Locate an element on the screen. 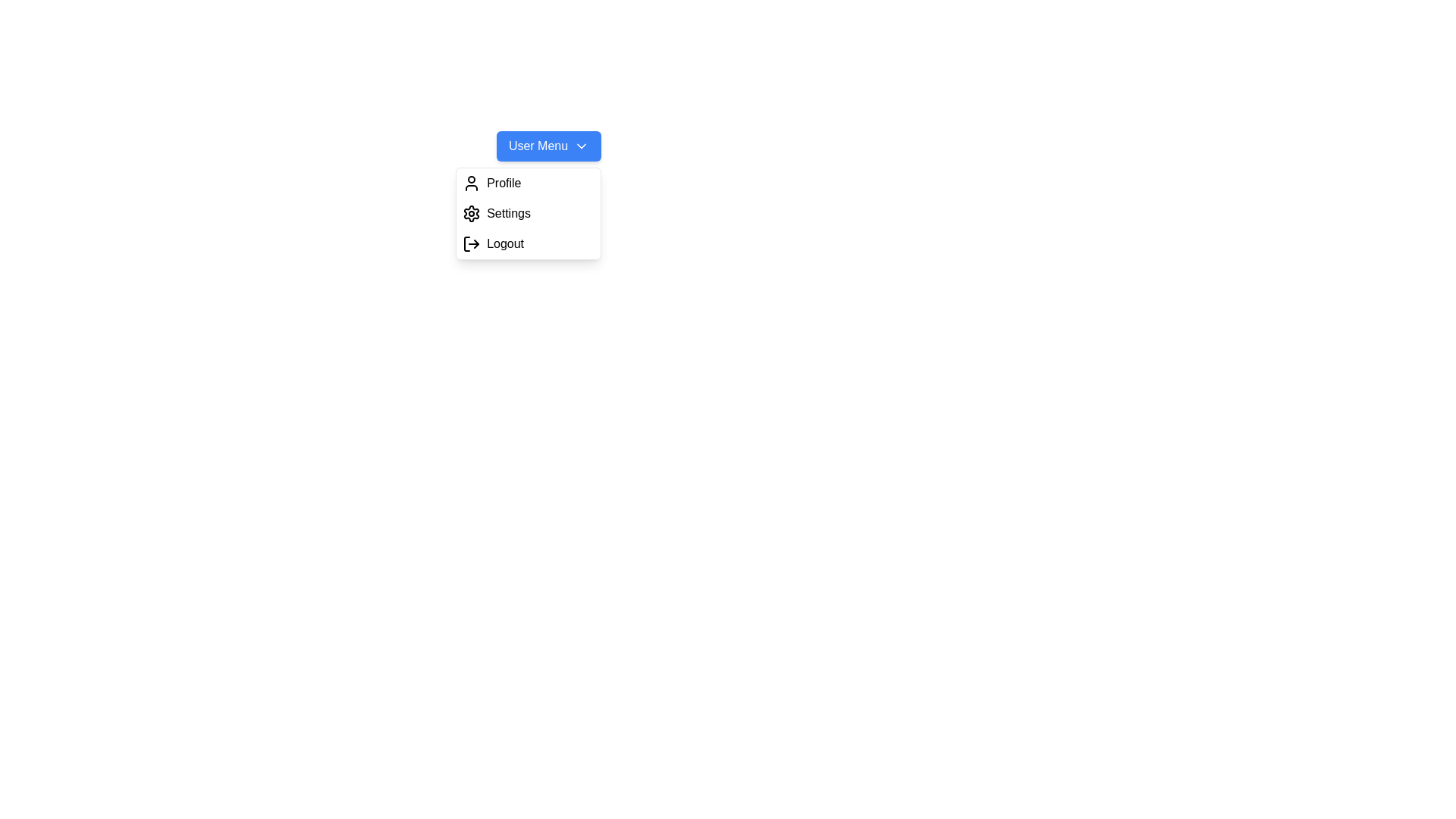 The height and width of the screenshot is (819, 1456). the logout icon represented by a triangular arrow pointing to the right, which is located next to the 'Logout' label in the dropdown menu is located at coordinates (475, 243).